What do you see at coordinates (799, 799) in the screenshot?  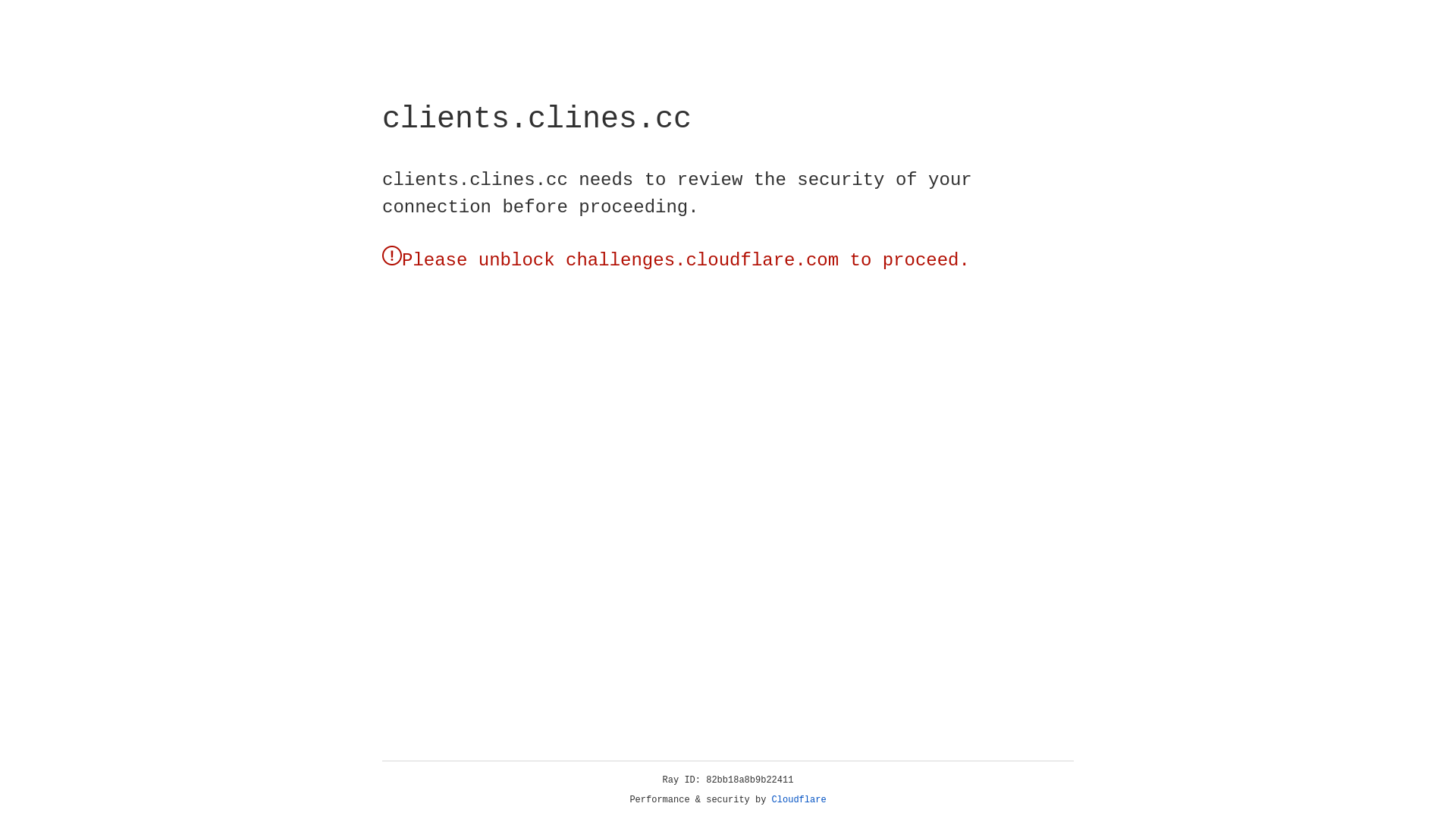 I see `'Cloudflare'` at bounding box center [799, 799].